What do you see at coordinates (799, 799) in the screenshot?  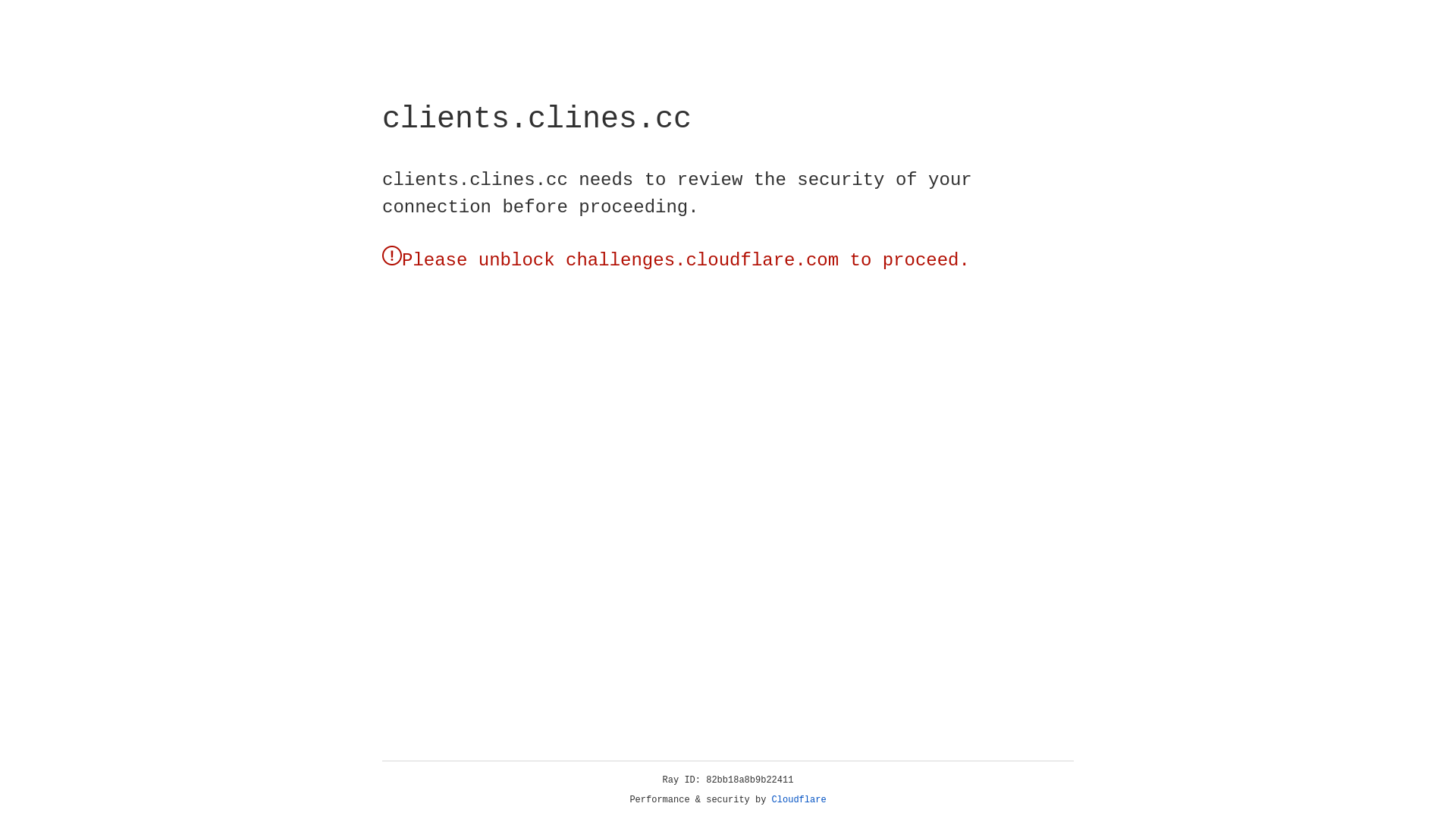 I see `'Cloudflare'` at bounding box center [799, 799].